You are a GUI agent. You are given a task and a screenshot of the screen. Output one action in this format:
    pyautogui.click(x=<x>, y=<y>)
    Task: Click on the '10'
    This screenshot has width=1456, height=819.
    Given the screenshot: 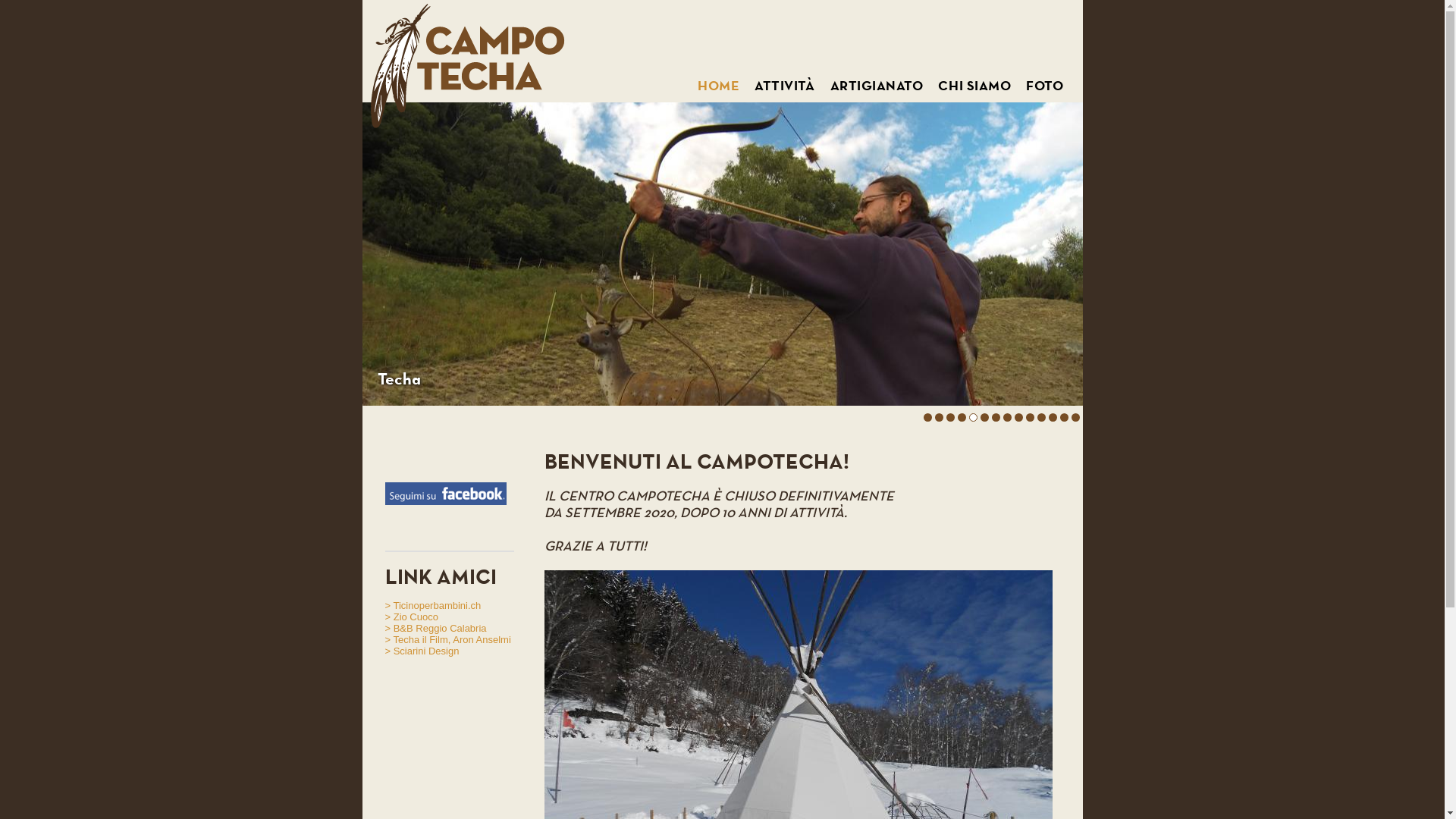 What is the action you would take?
    pyautogui.click(x=1031, y=419)
    